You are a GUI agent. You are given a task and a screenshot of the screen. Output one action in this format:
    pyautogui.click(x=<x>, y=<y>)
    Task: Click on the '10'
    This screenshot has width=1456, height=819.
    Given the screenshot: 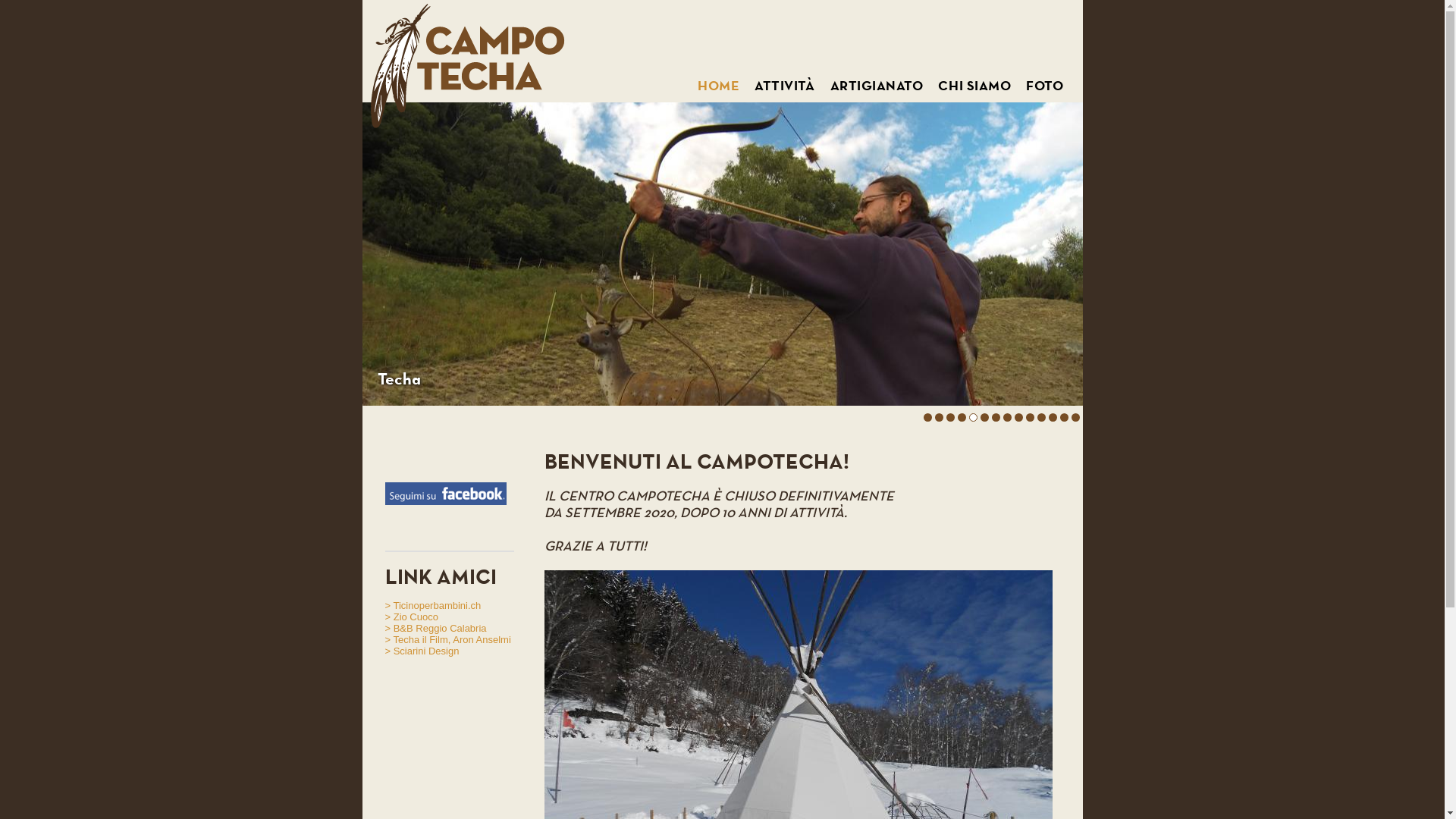 What is the action you would take?
    pyautogui.click(x=1031, y=419)
    